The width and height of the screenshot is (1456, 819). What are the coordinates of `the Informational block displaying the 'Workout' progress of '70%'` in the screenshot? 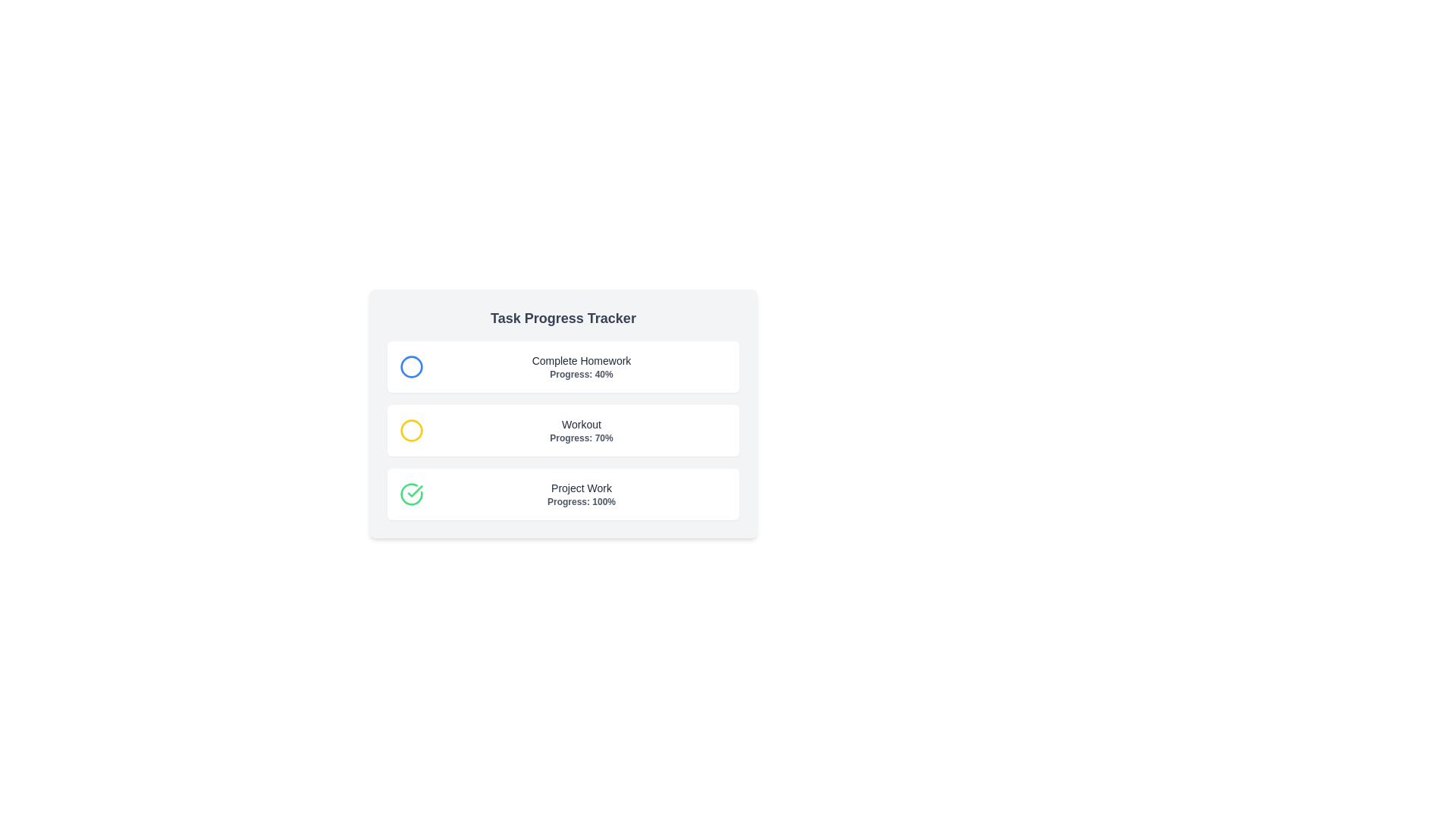 It's located at (563, 430).